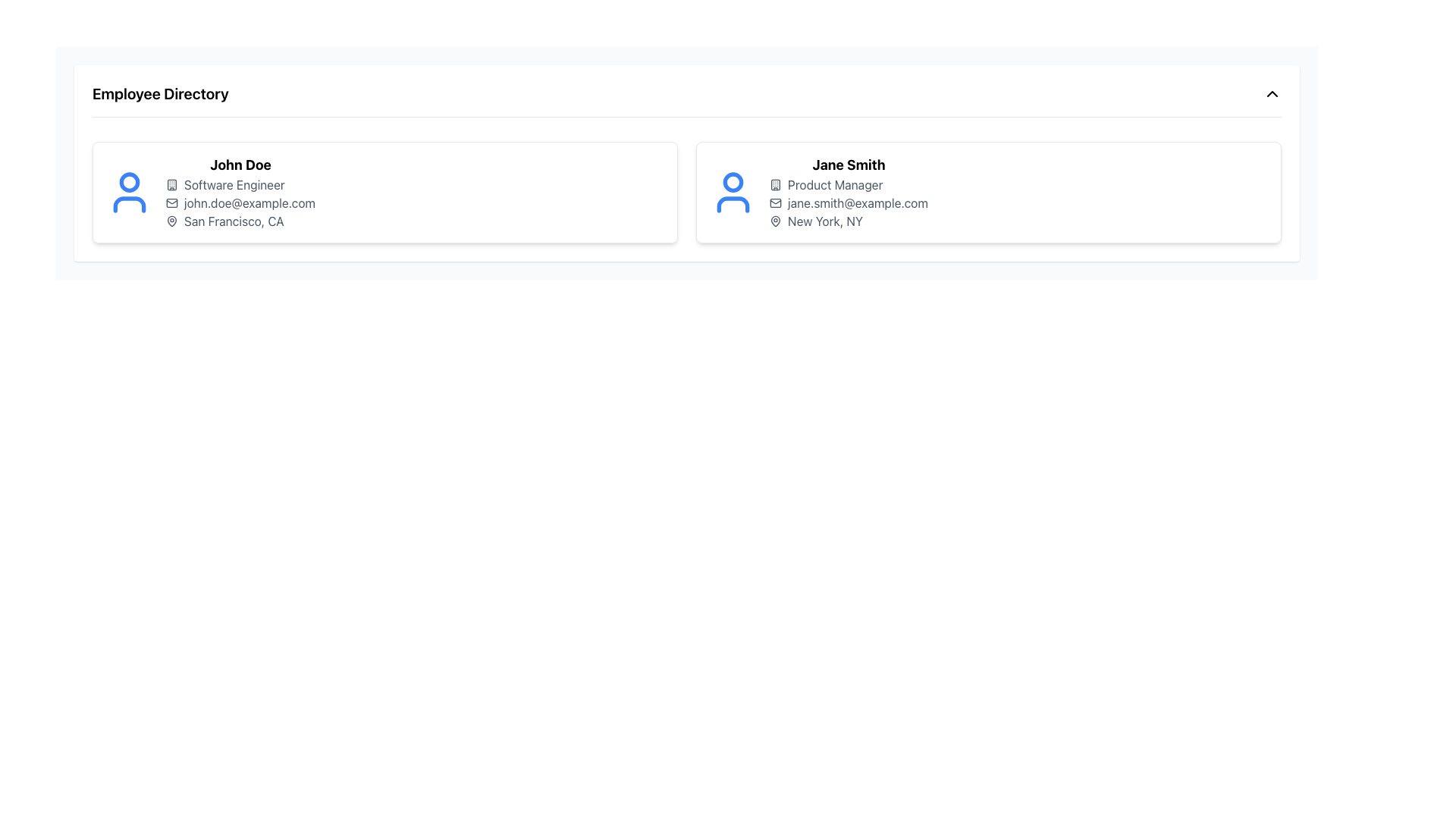 This screenshot has height=819, width=1456. I want to click on the static icon indicating the location for 'New York, NY' adjacent to 'Jane Smith' in the Employee Directory, so click(775, 221).